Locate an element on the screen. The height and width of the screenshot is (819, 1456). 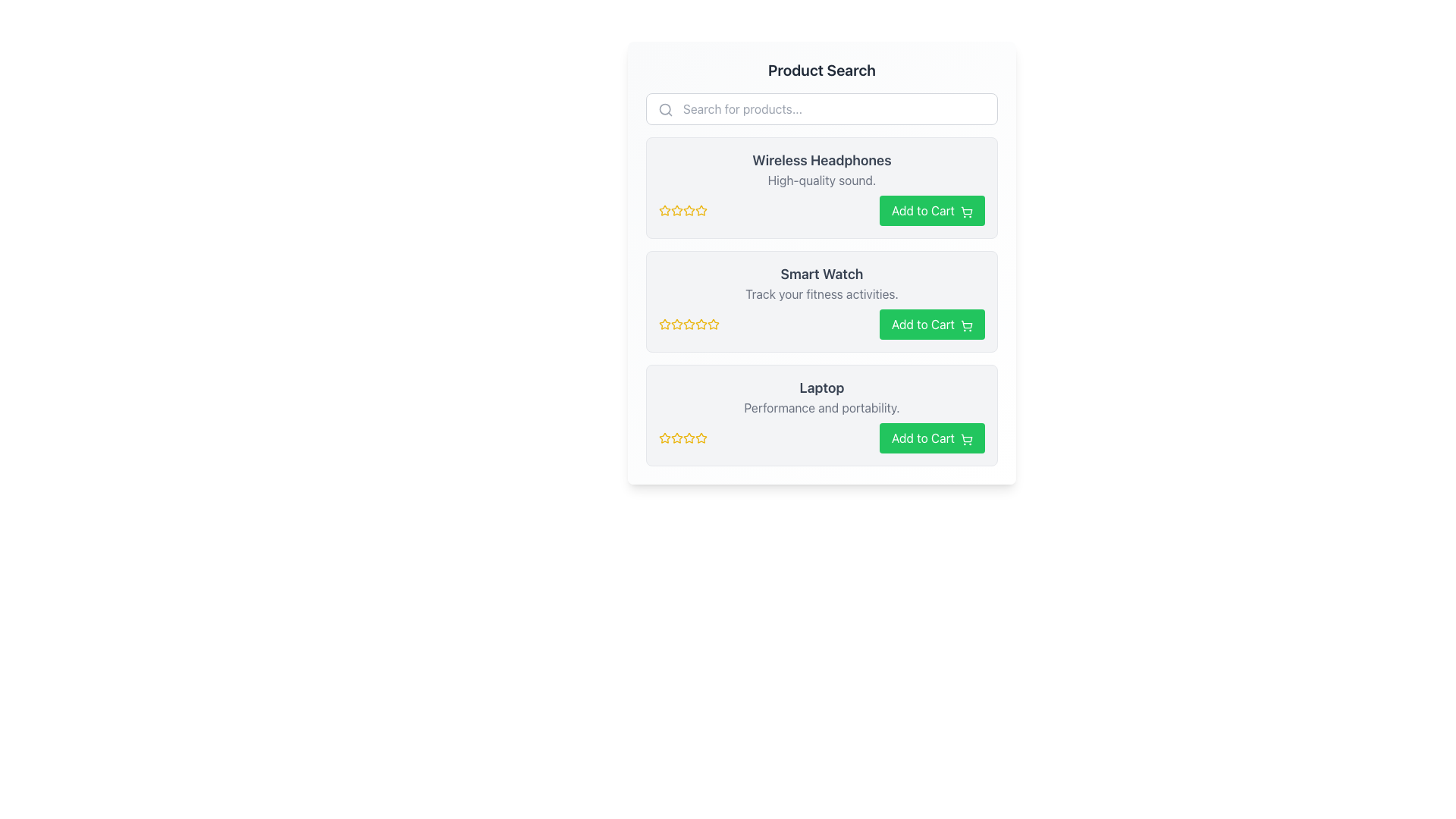
the shopping cart icon located to the right of the 'Add to Cart' text in the second green button is located at coordinates (966, 324).